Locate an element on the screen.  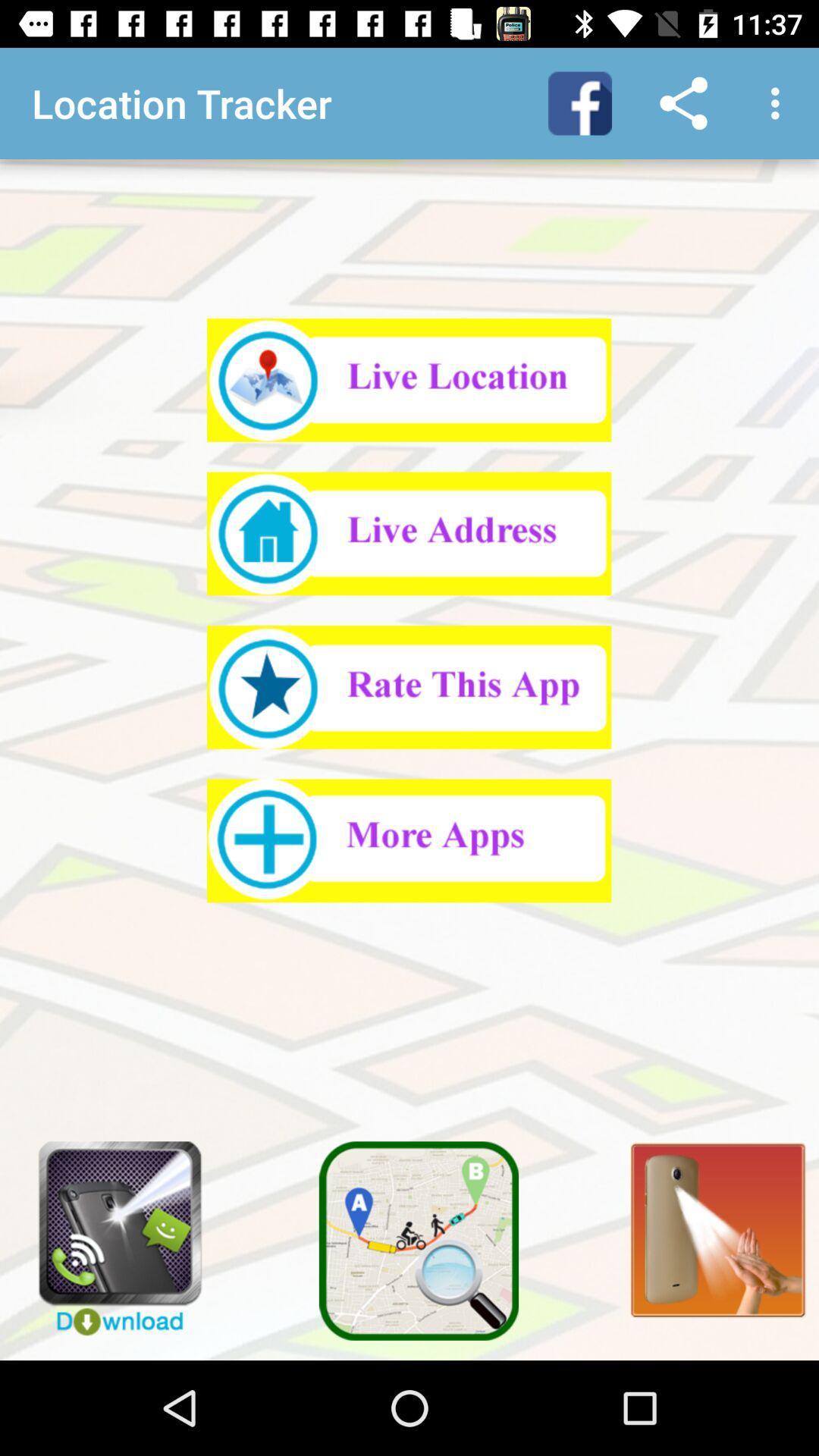
facebook is located at coordinates (579, 102).